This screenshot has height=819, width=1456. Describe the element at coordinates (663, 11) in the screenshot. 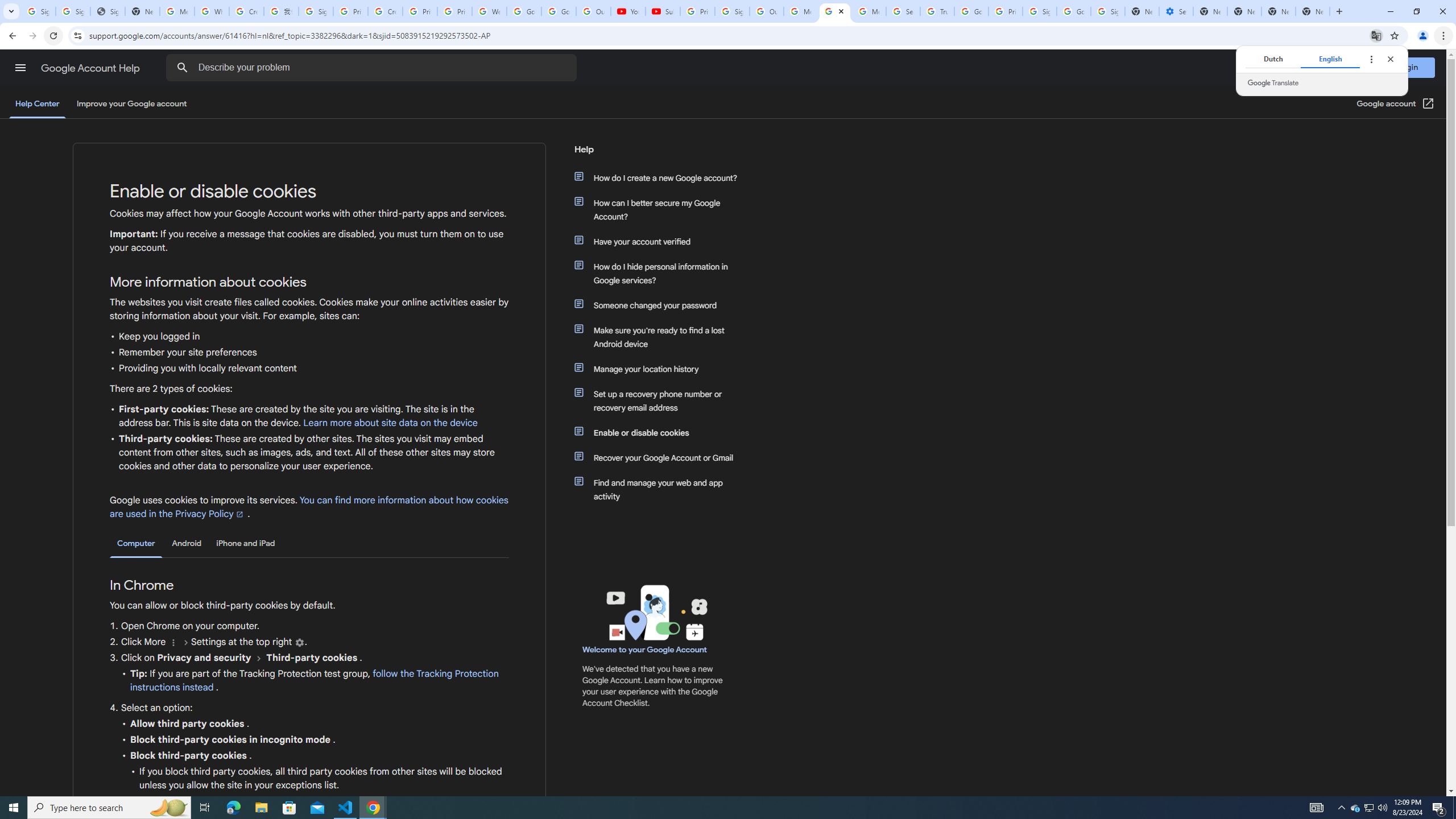

I see `'Subscriptions - YouTube'` at that location.